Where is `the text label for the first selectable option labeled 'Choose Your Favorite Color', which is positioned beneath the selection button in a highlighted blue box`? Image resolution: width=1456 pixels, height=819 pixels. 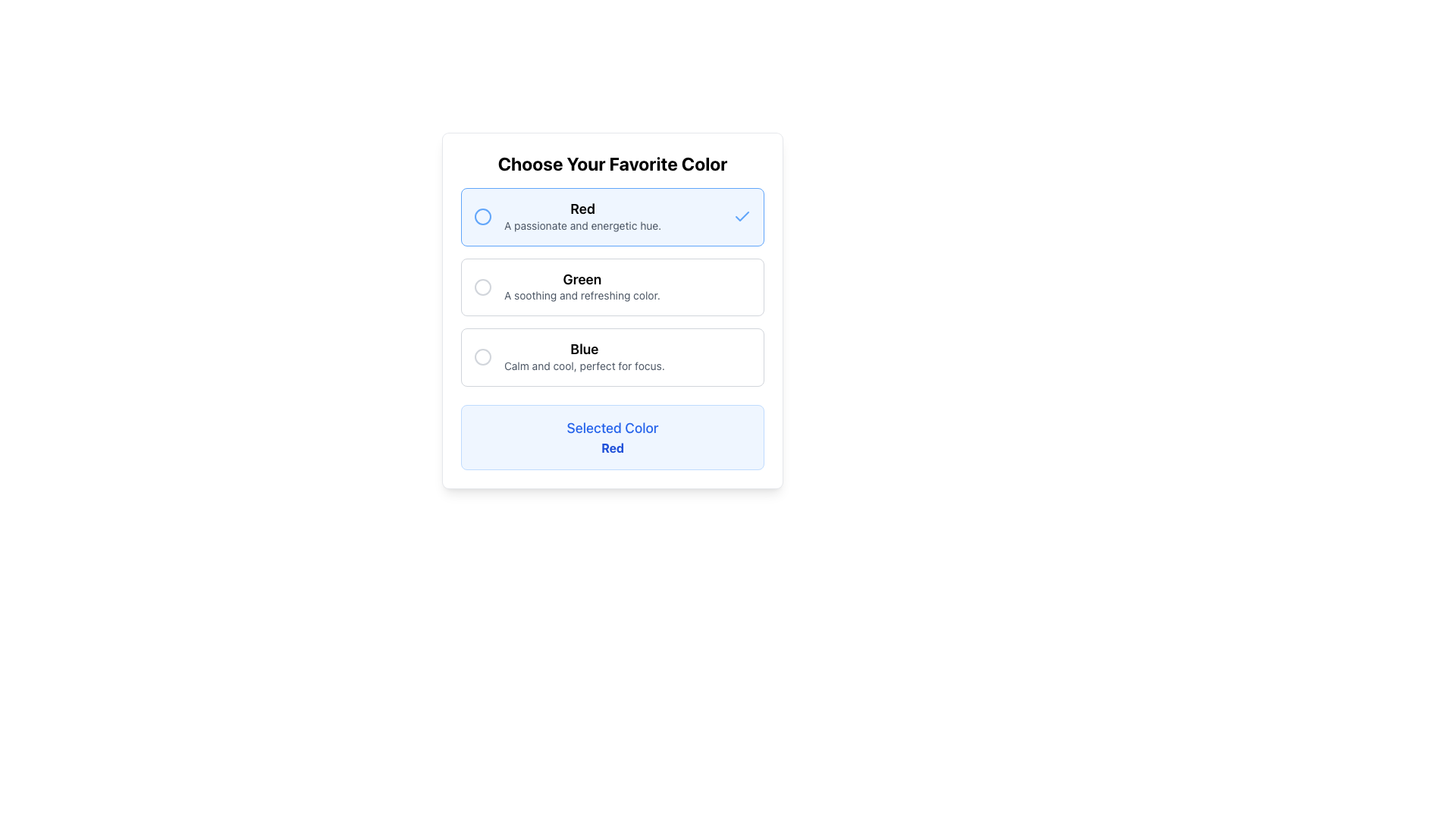 the text label for the first selectable option labeled 'Choose Your Favorite Color', which is positioned beneath the selection button in a highlighted blue box is located at coordinates (582, 217).